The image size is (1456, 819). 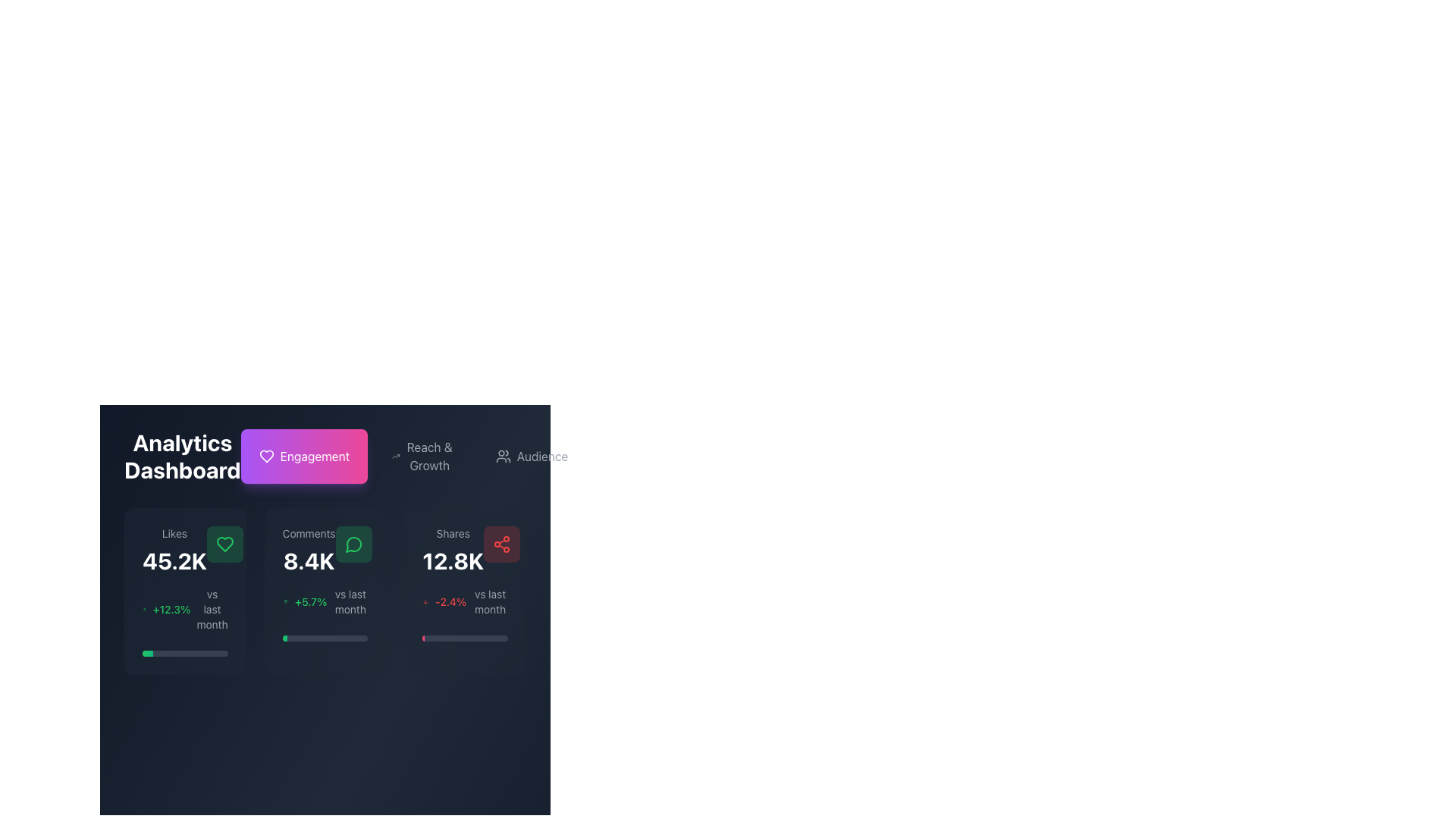 I want to click on the 'Reach & Growth' navigation button, which is the second button from the left in the header, located between 'Engagement' and 'Audience', so click(x=422, y=455).